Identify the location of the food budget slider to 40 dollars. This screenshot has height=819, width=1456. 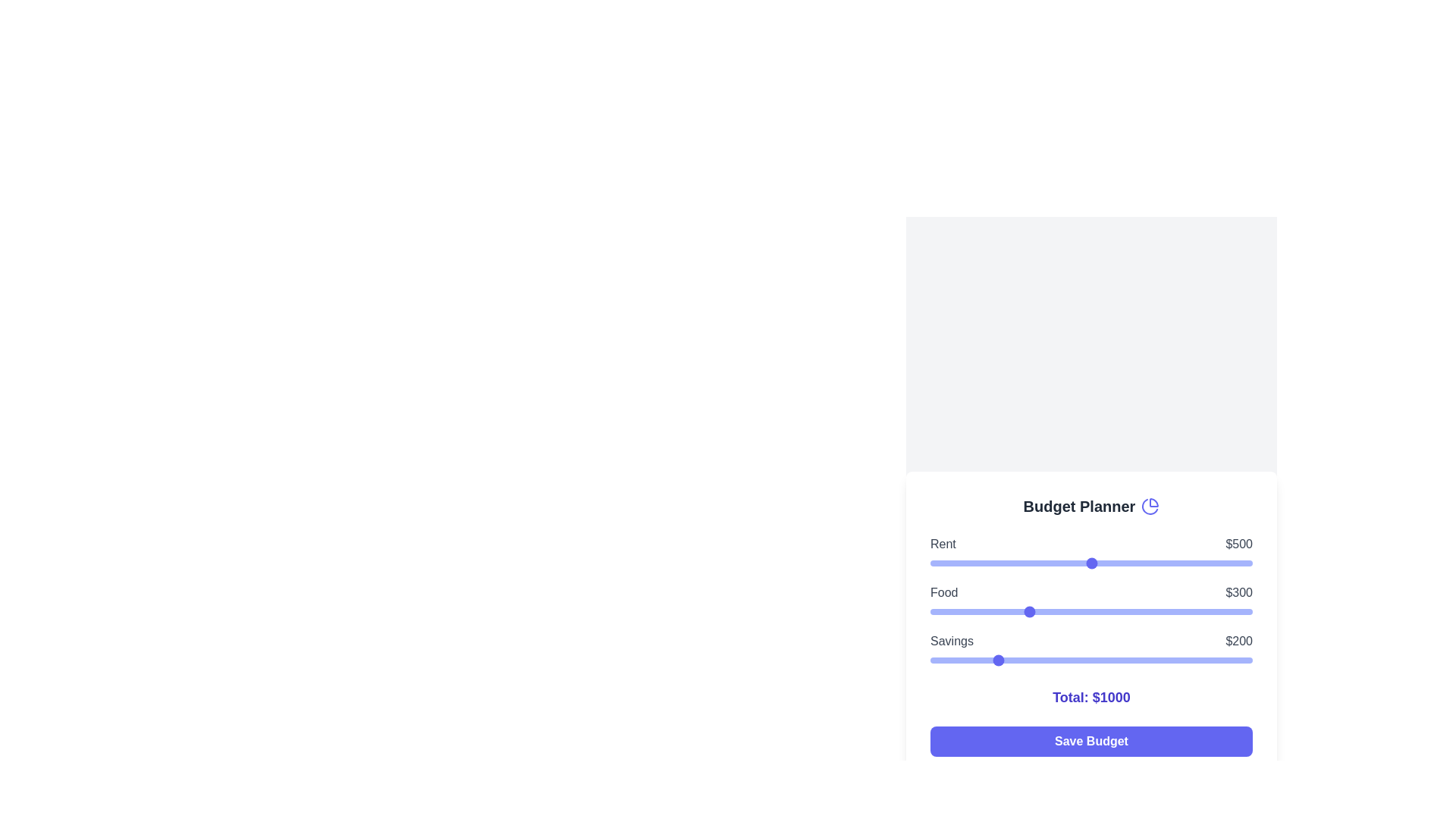
(942, 610).